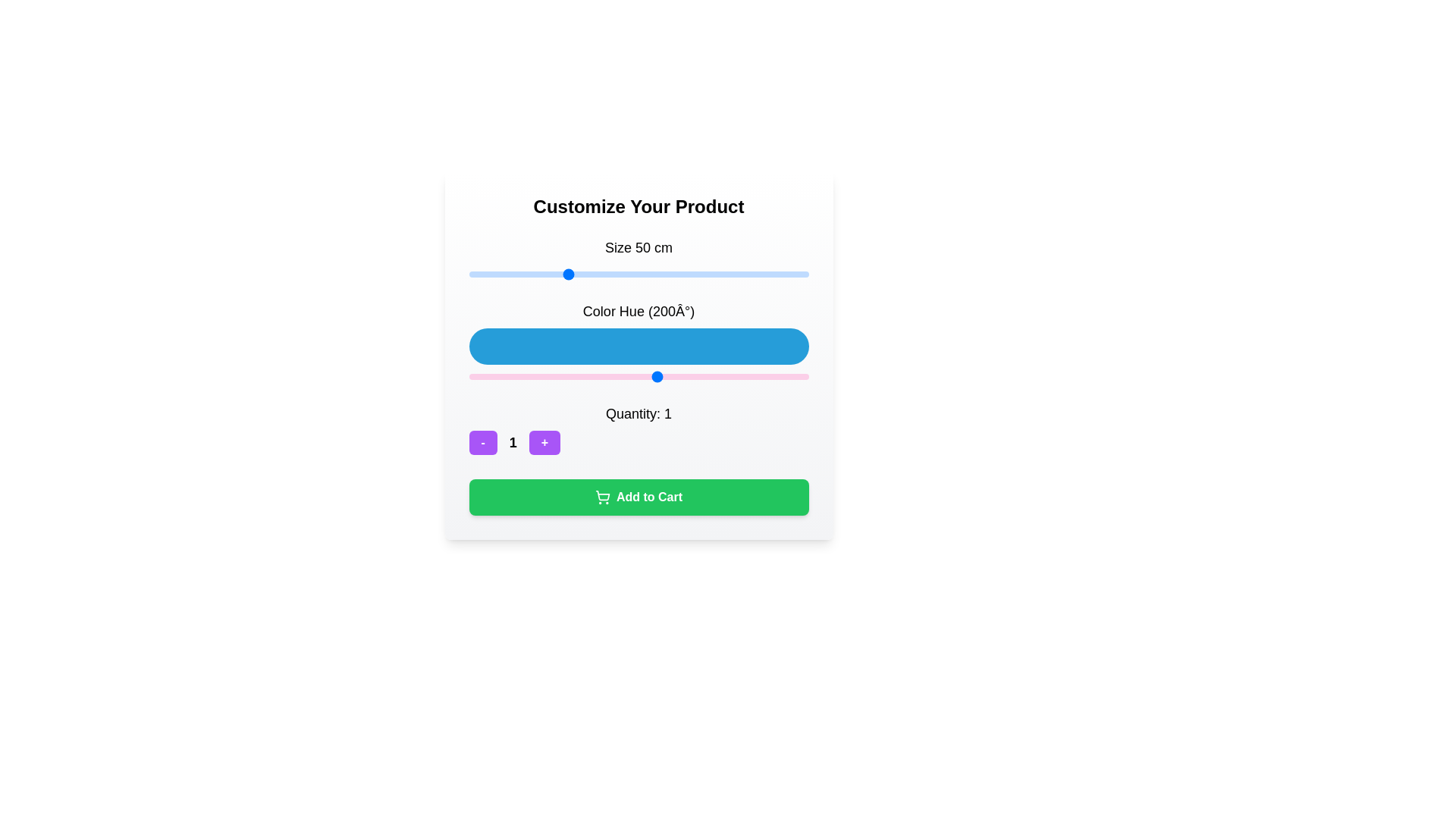 This screenshot has height=819, width=1456. What do you see at coordinates (513, 442) in the screenshot?
I see `the display text element that shows the current quantity, located in the lower central region of the interface, between the '-' button on the left and the '+' button on the right` at bounding box center [513, 442].